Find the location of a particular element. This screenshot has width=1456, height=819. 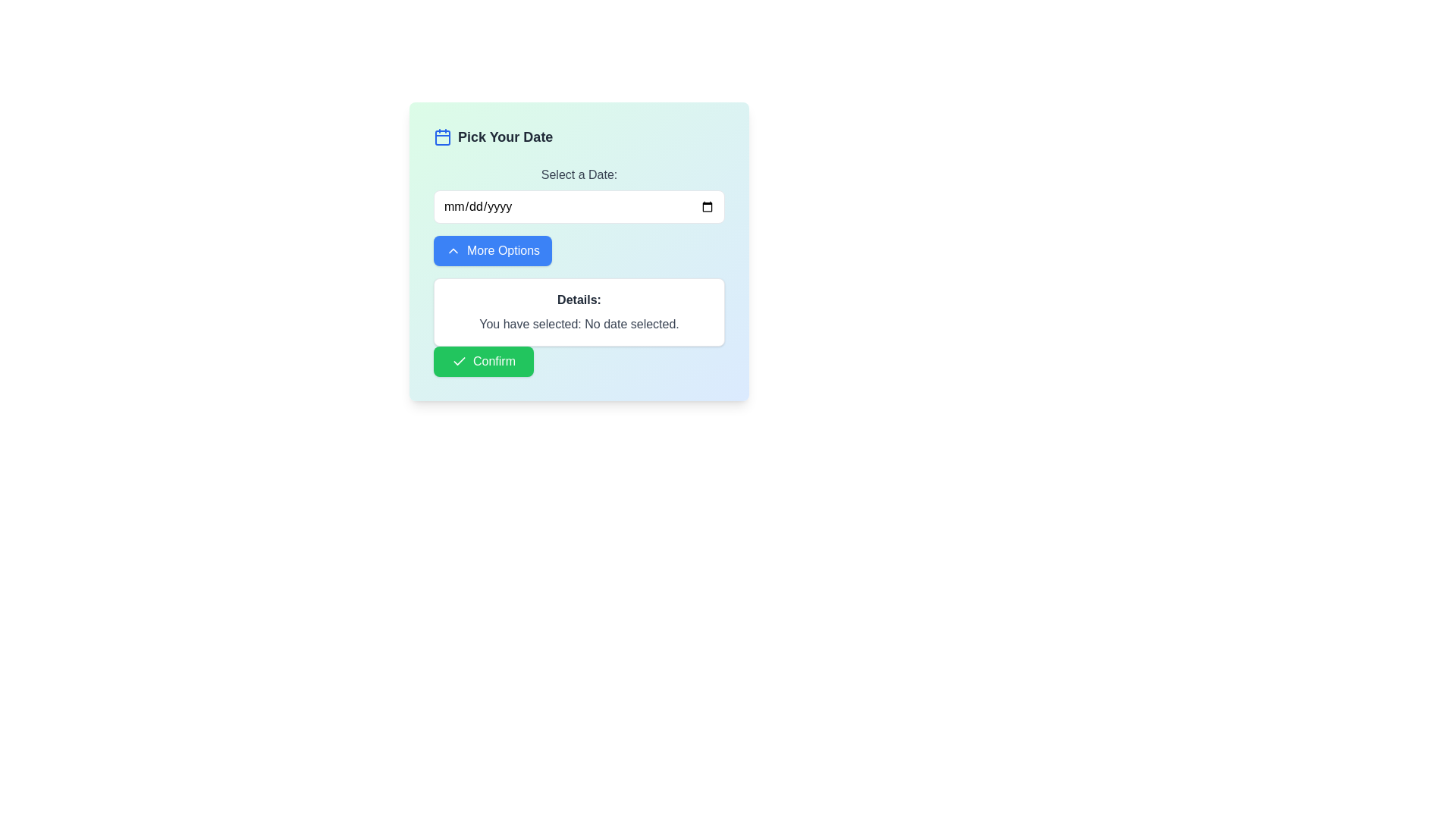

the upward direction icon located inside the 'More Options' button is located at coordinates (453, 250).